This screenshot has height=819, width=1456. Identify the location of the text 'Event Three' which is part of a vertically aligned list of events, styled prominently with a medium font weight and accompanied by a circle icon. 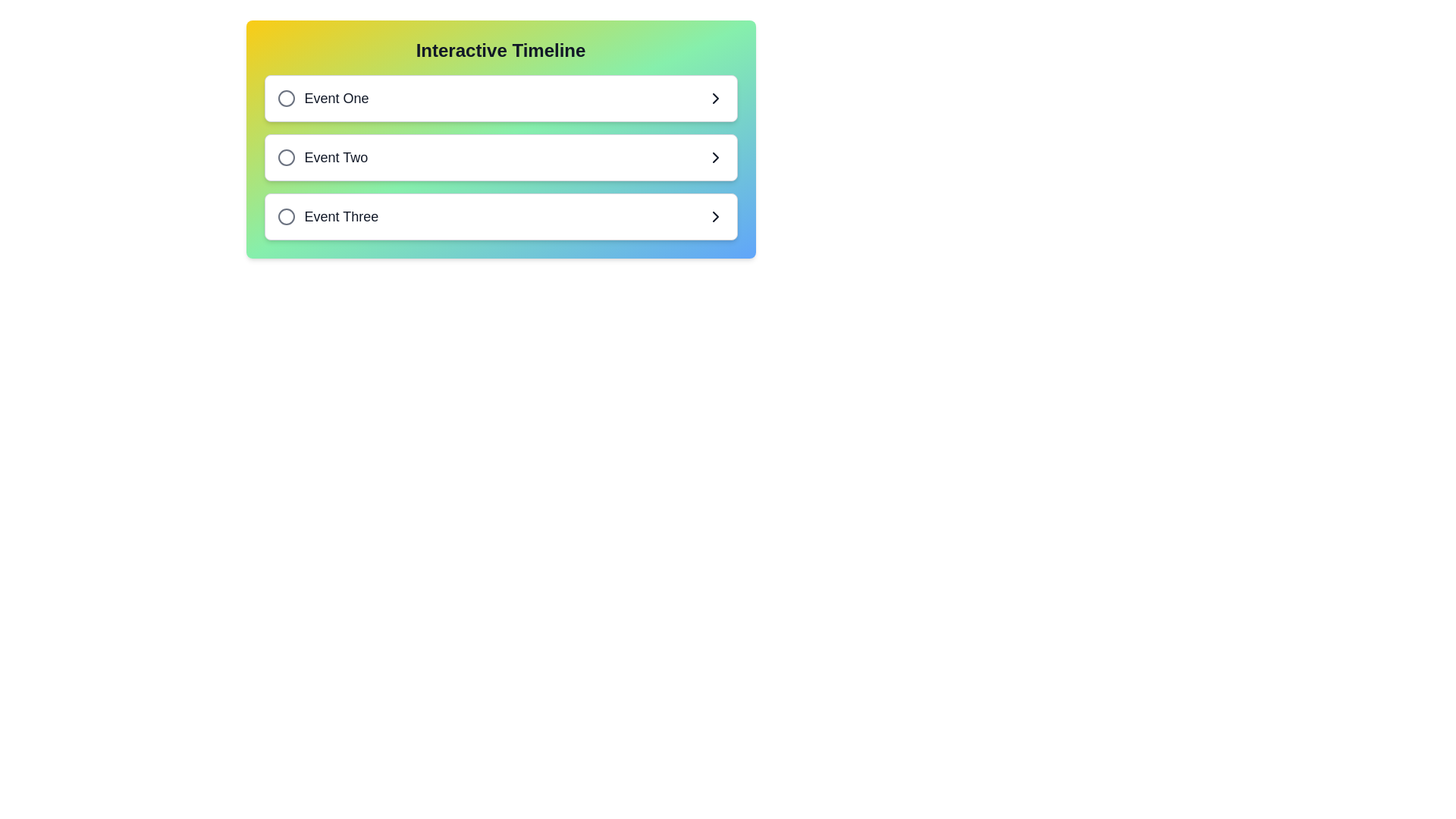
(327, 216).